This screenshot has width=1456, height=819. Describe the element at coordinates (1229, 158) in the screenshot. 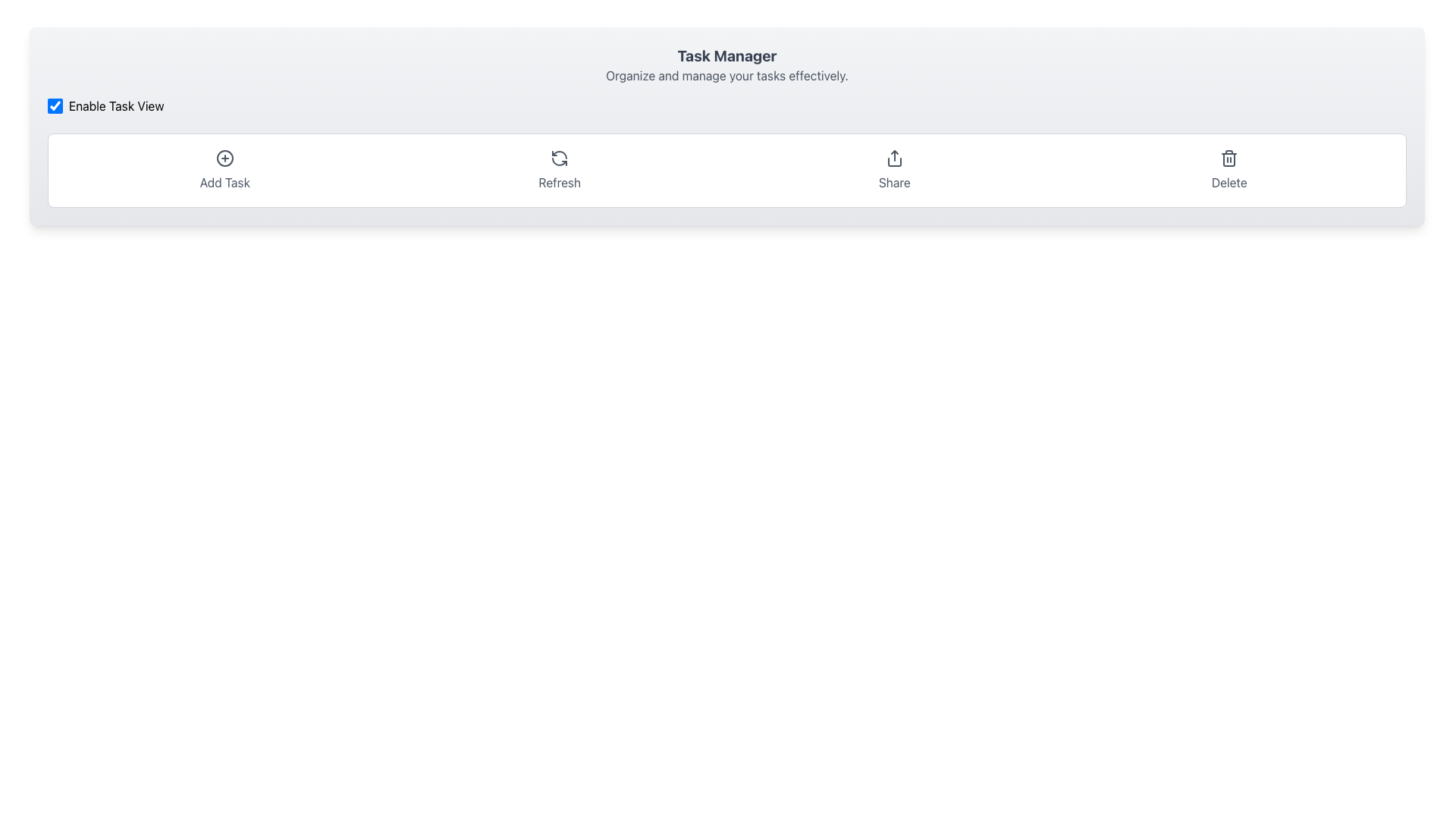

I see `the trash can icon button located at the right end of the horizontal button row` at that location.